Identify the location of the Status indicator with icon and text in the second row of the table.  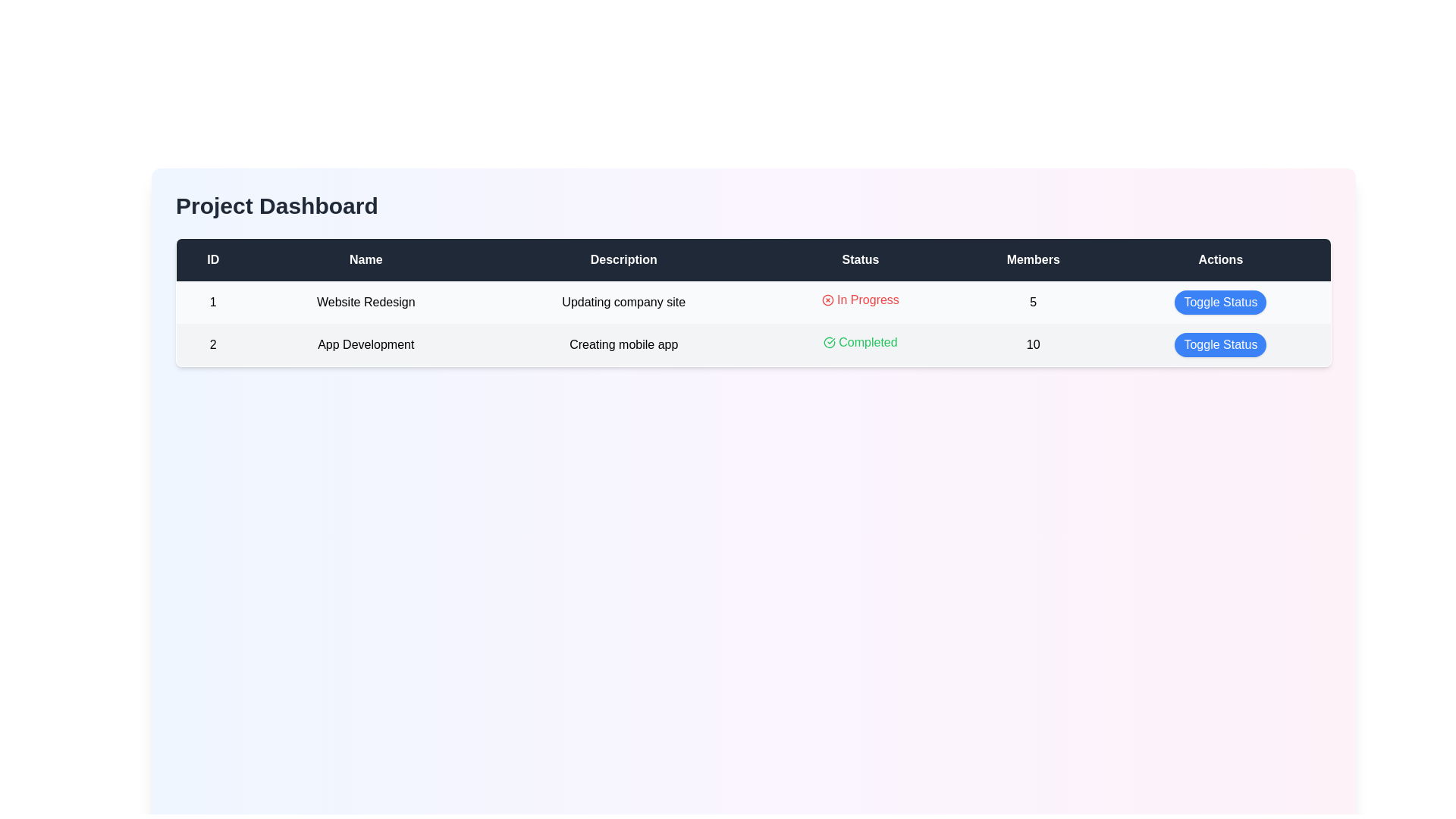
(860, 342).